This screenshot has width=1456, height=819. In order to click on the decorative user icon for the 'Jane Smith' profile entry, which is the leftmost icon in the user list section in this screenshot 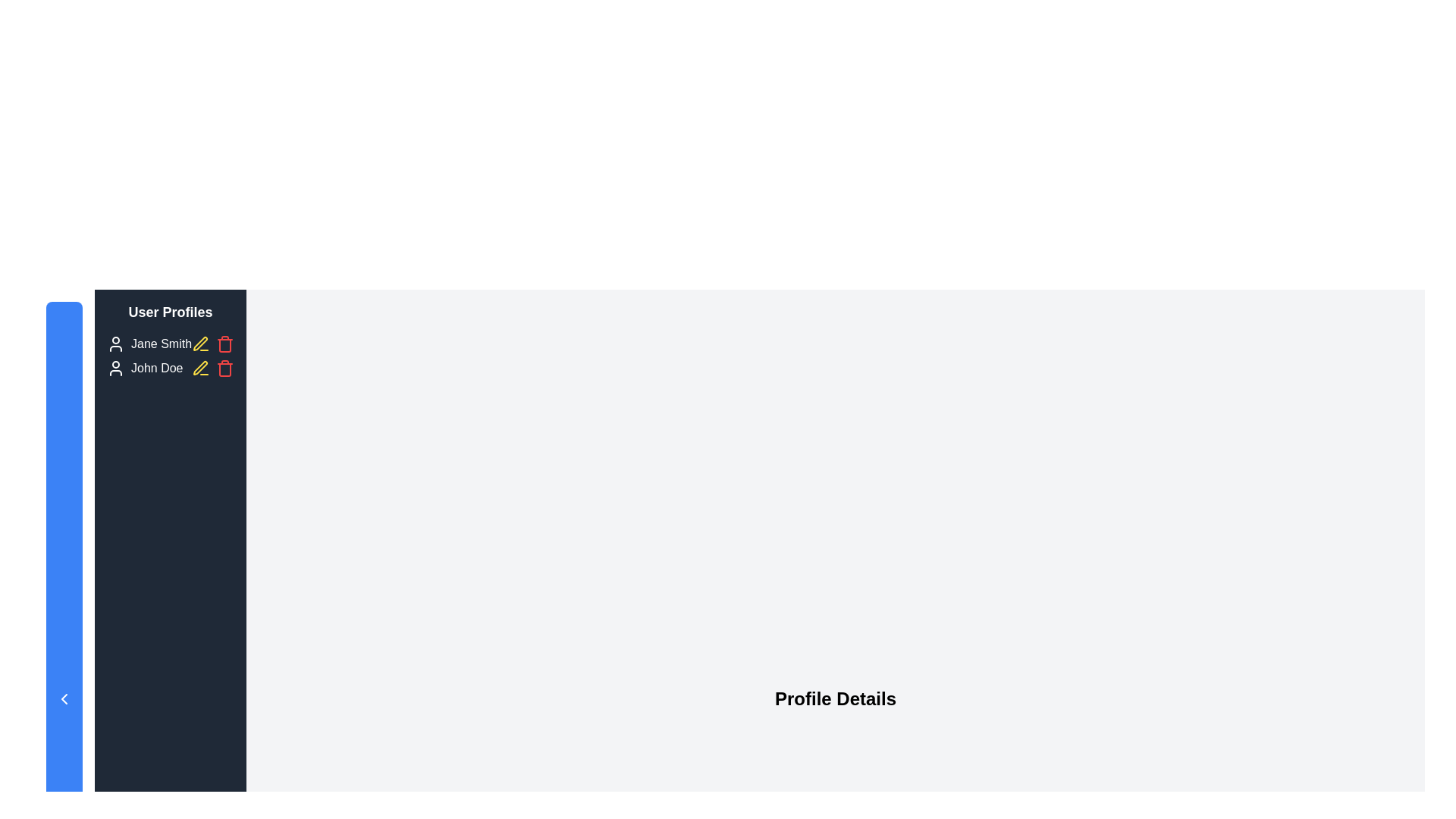, I will do `click(115, 344)`.